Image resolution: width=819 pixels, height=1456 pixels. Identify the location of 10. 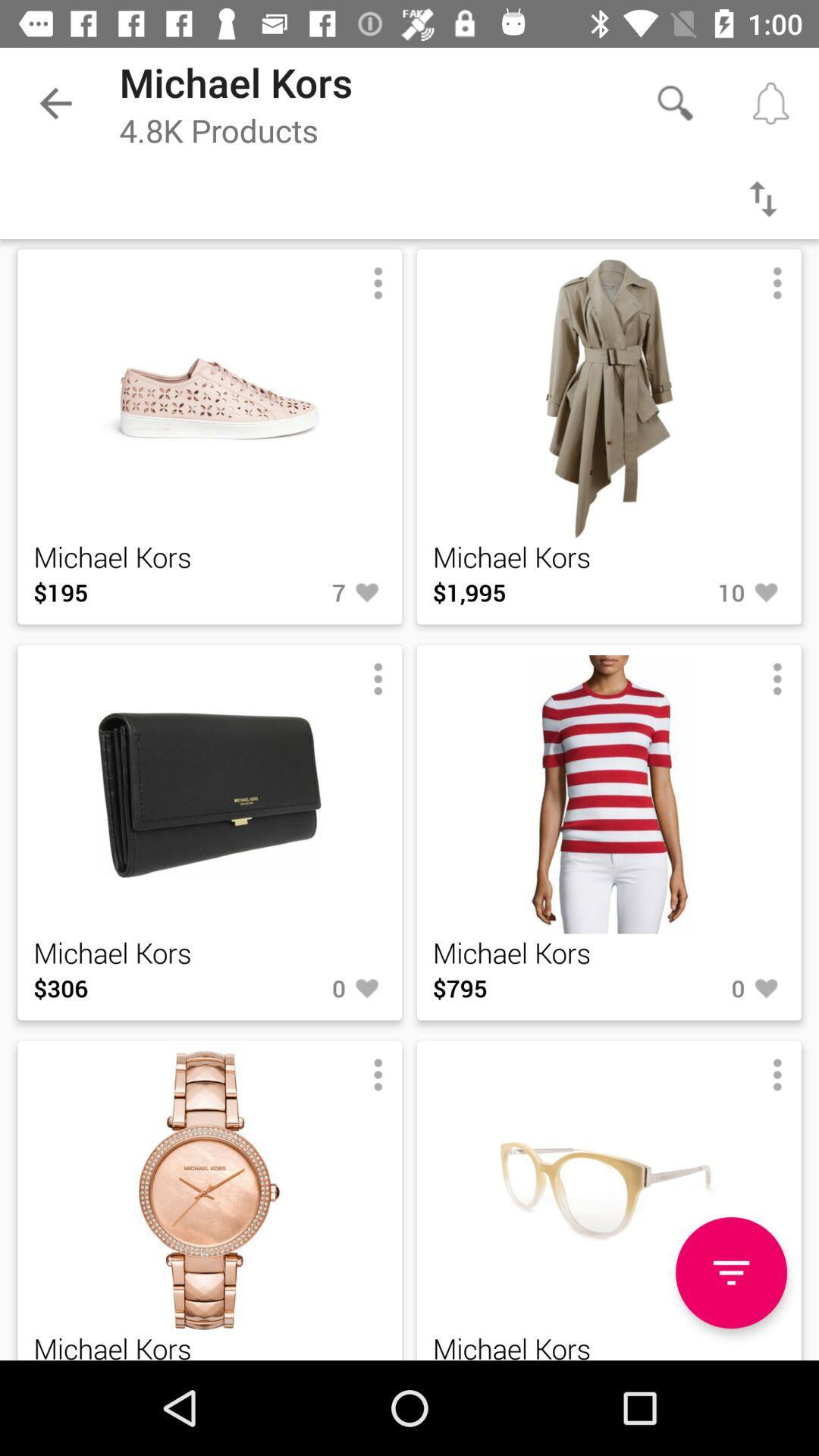
(697, 591).